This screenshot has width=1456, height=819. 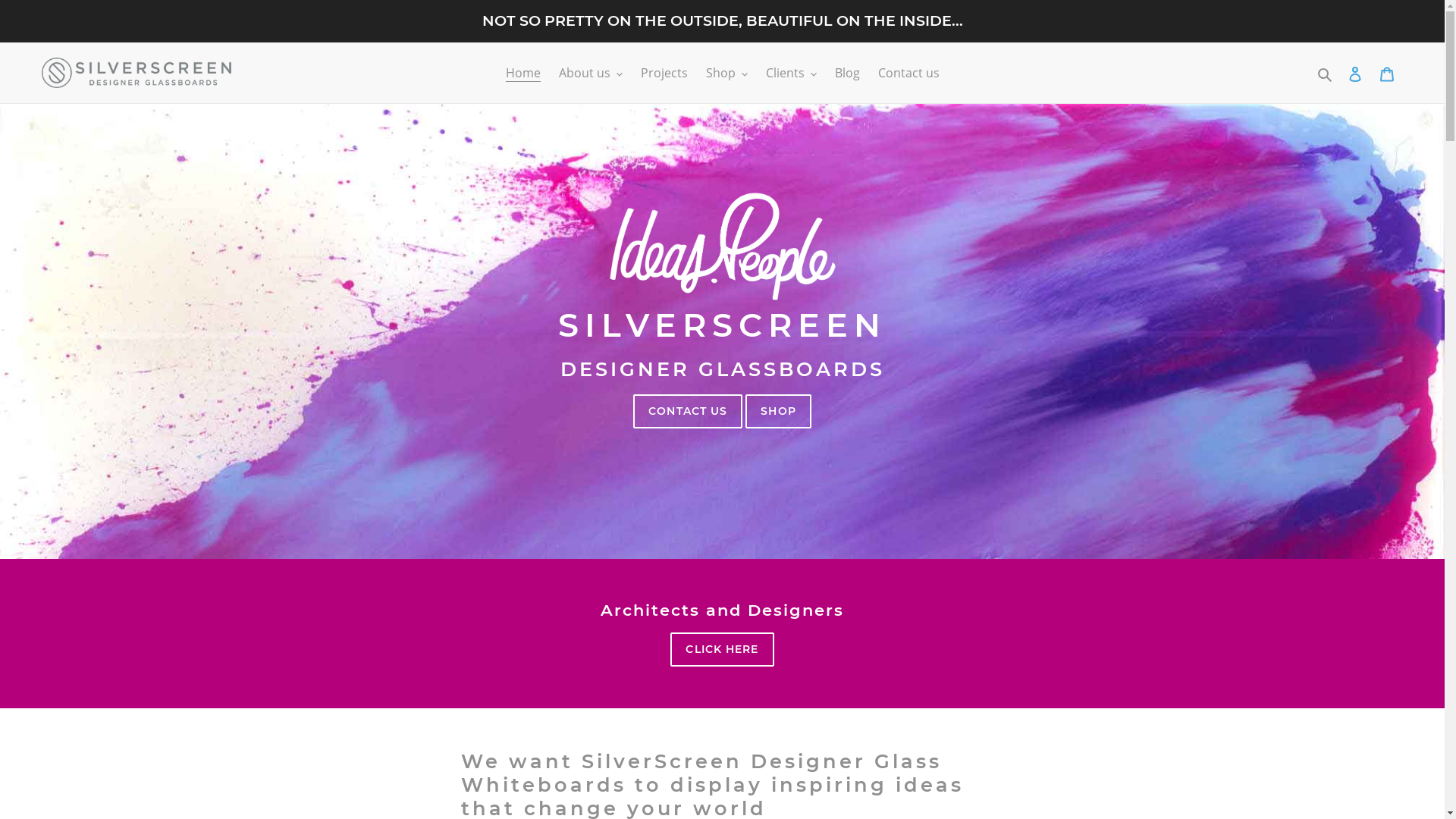 I want to click on 'Clients', so click(x=790, y=73).